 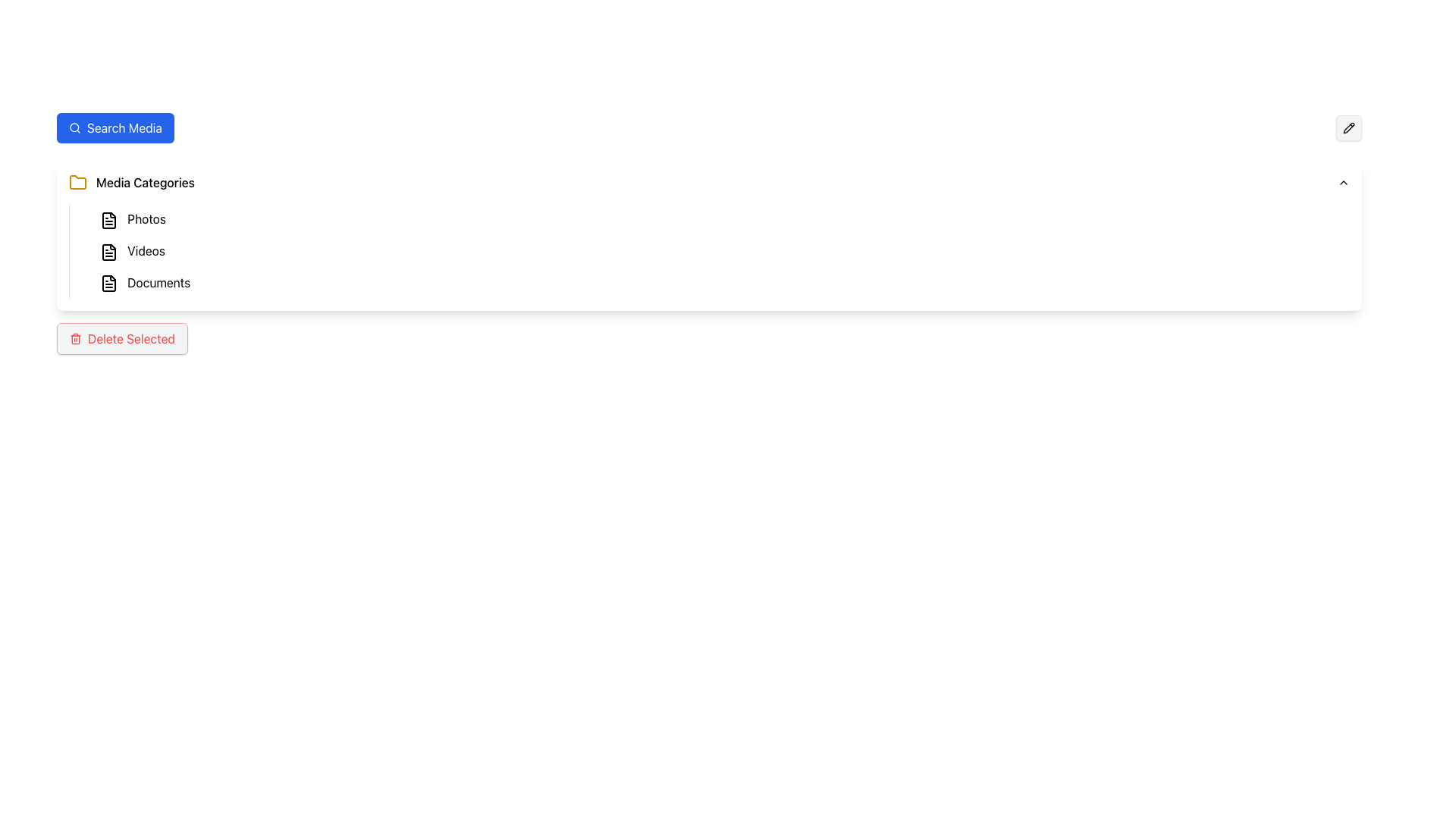 What do you see at coordinates (1349, 127) in the screenshot?
I see `the pencil-shaped icon located in the top-right corner of the interface` at bounding box center [1349, 127].